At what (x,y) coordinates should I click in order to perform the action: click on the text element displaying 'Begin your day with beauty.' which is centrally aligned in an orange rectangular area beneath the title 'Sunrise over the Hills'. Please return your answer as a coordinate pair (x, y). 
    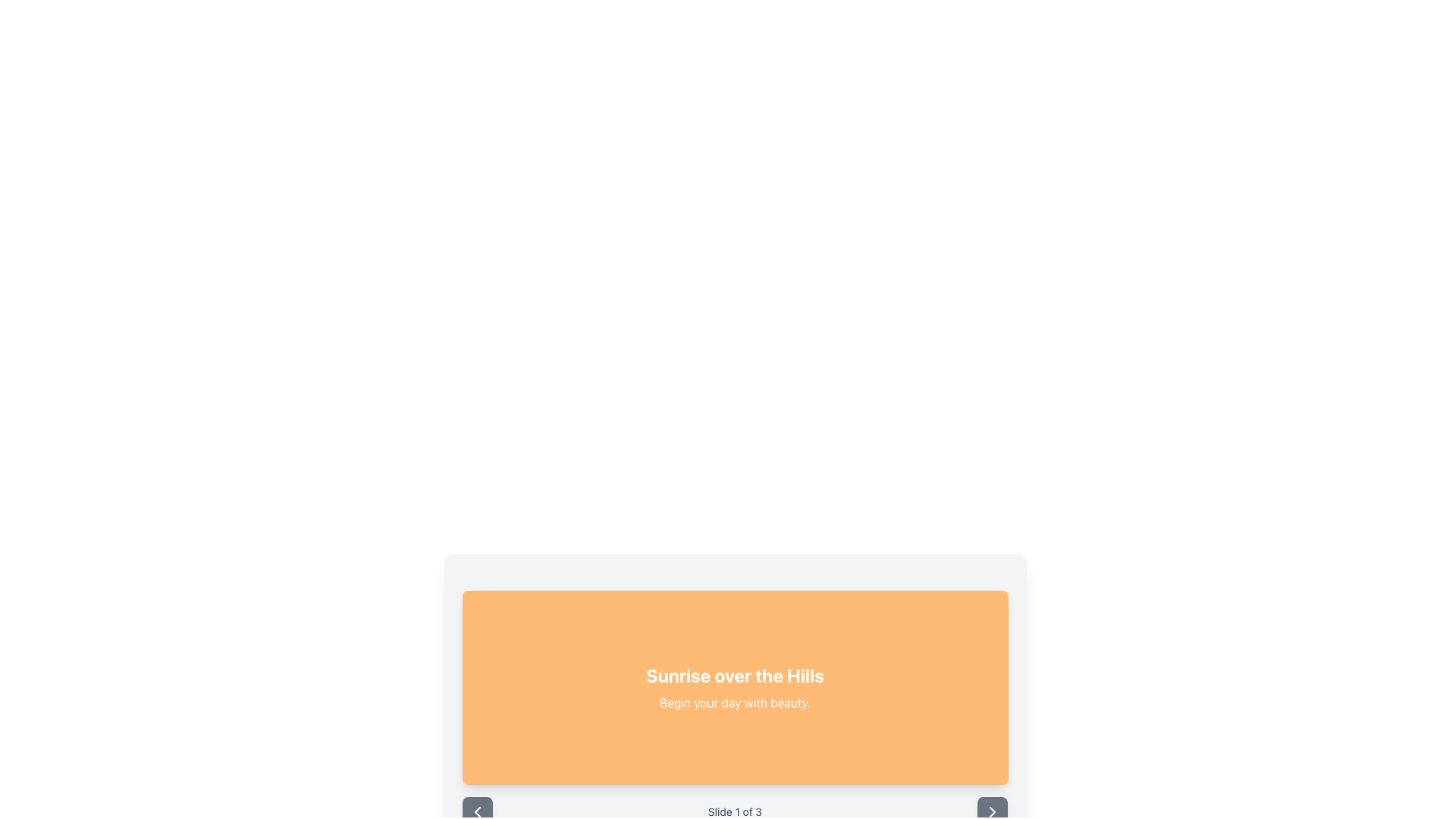
    Looking at the image, I should click on (735, 702).